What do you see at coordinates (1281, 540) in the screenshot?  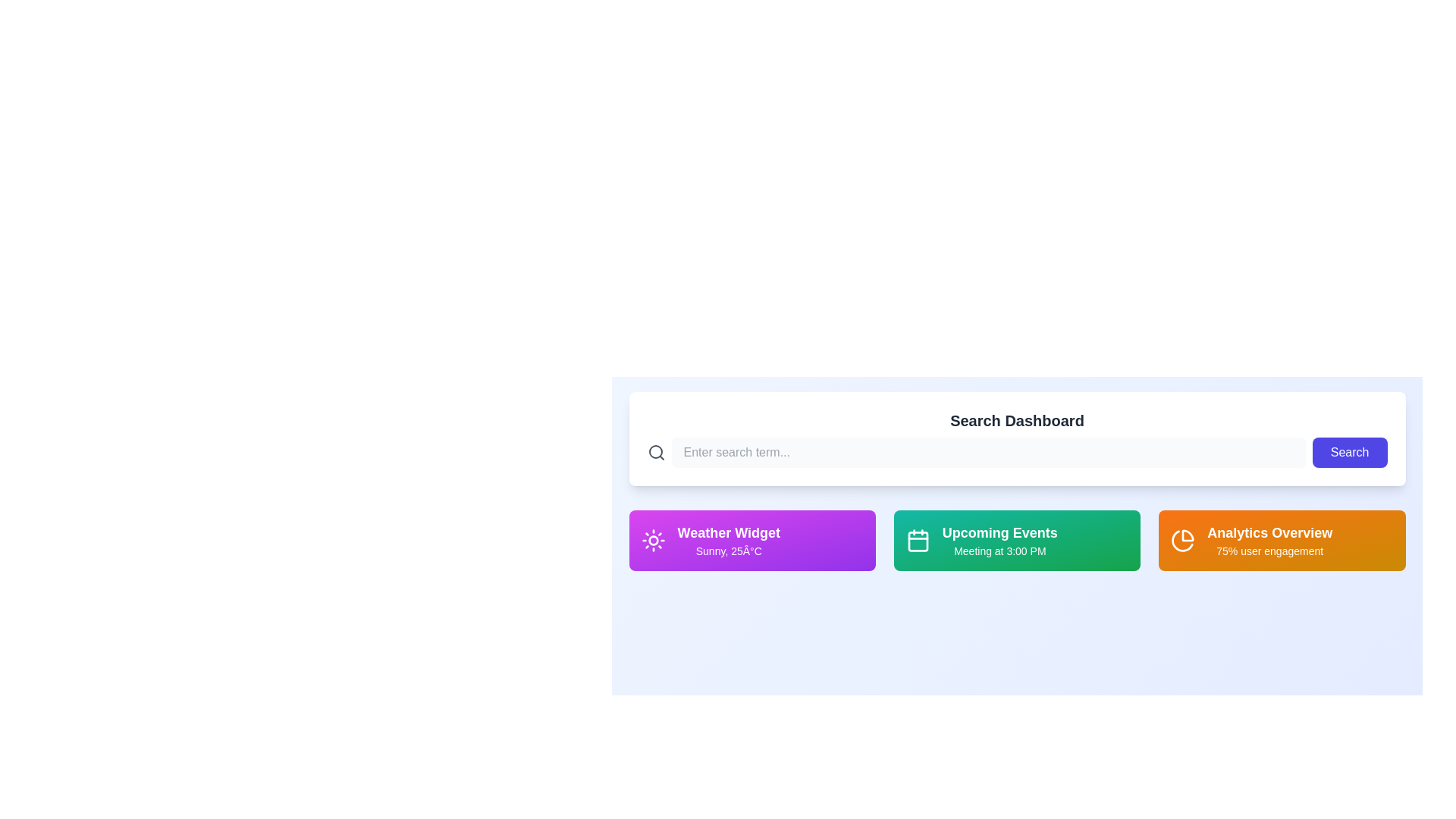 I see `text from the Information card displaying user engagement percentage located in the bottom-right position of the grid beneath the search bar` at bounding box center [1281, 540].